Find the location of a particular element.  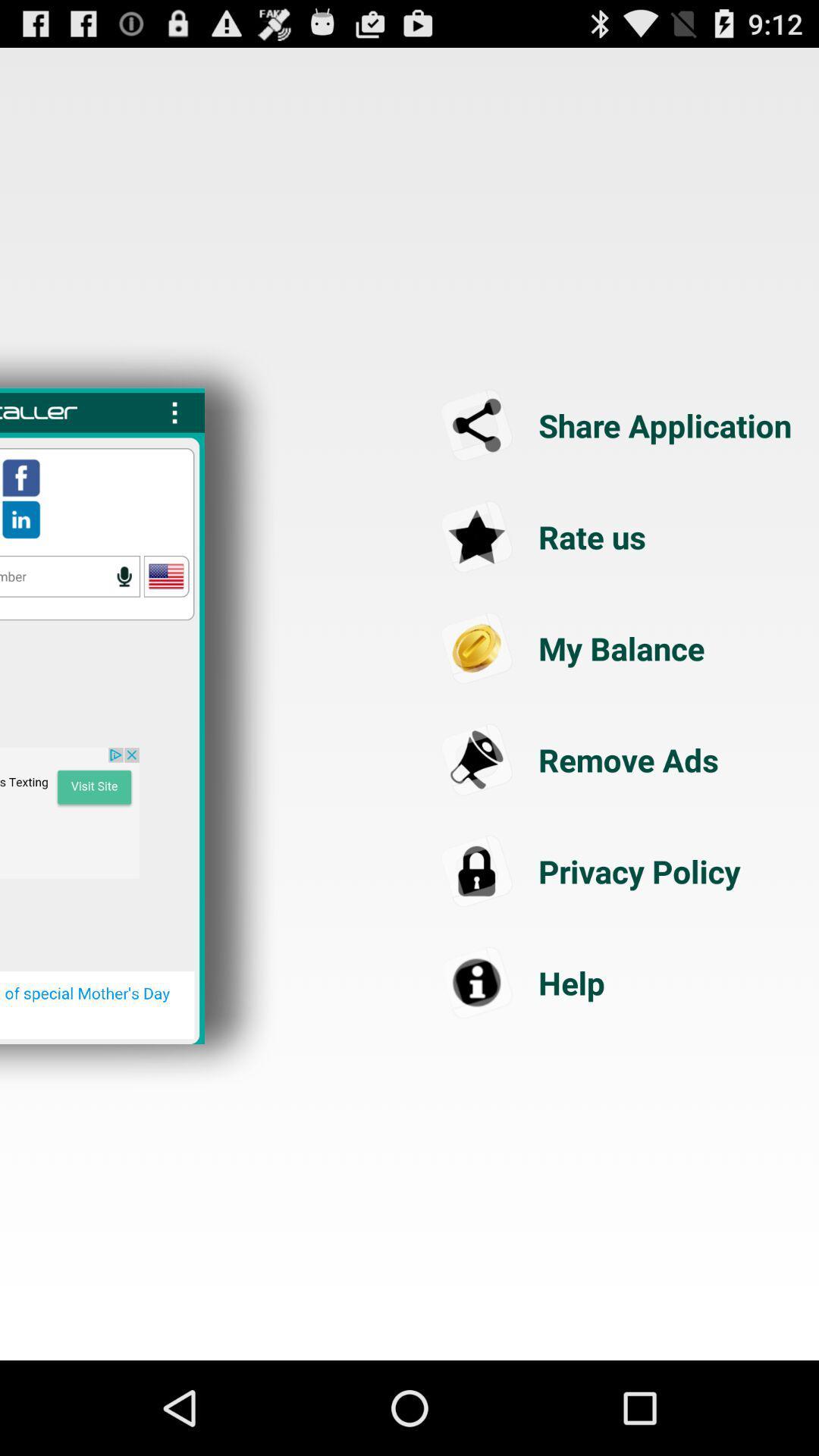

speak with words is located at coordinates (70, 576).